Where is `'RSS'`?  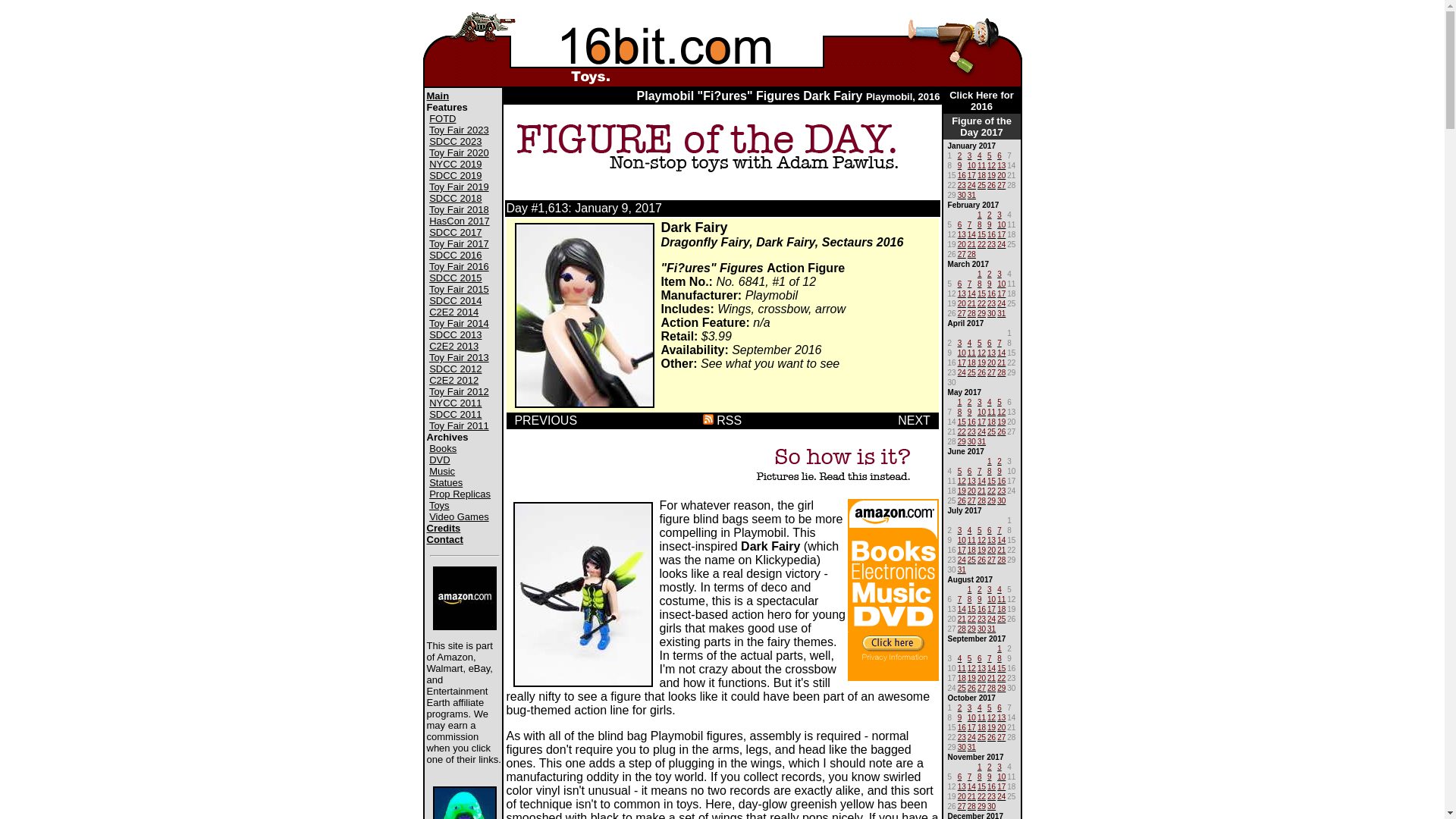 'RSS' is located at coordinates (701, 420).